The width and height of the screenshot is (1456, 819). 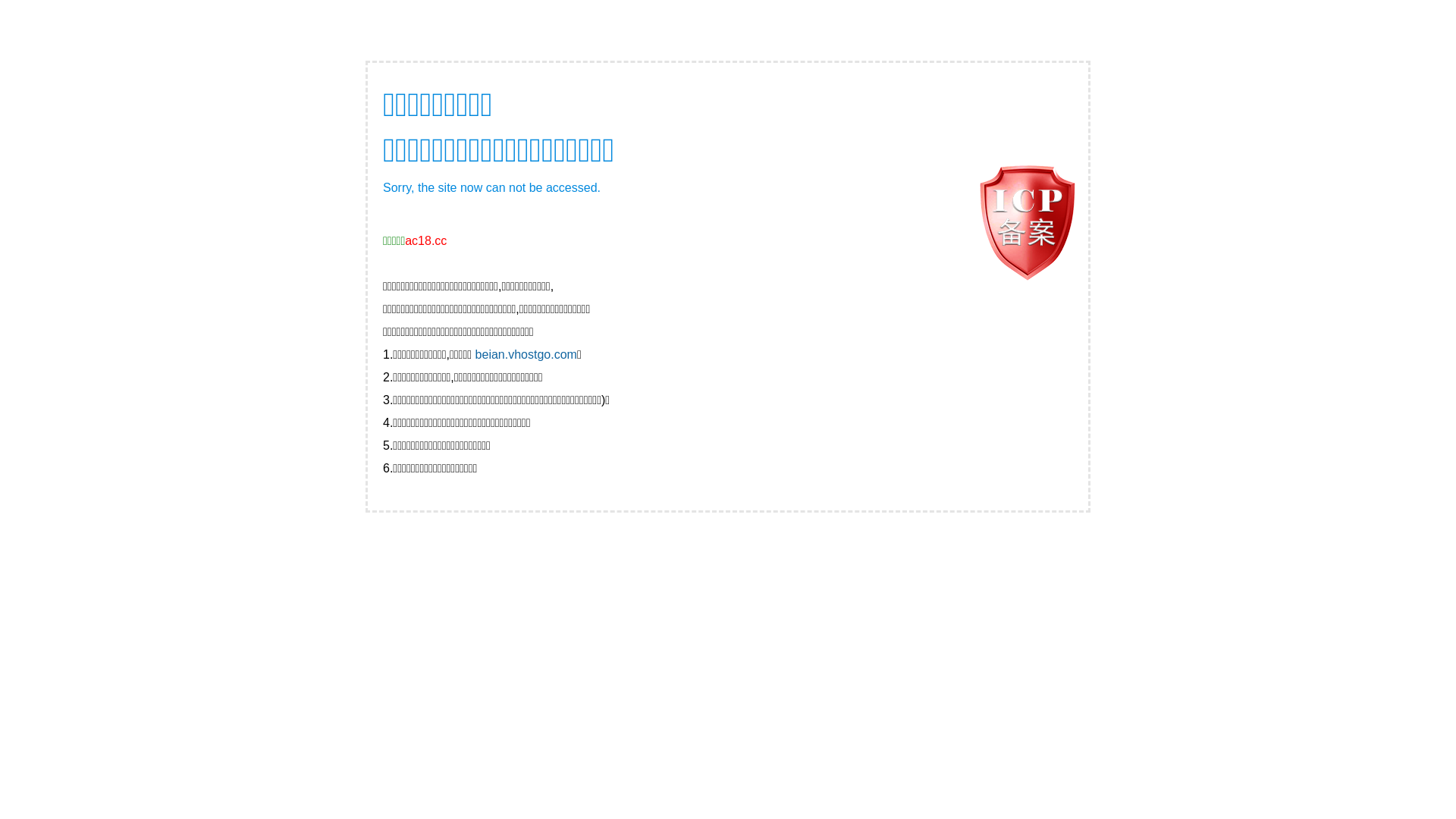 What do you see at coordinates (526, 354) in the screenshot?
I see `'beian.vhostgo.com'` at bounding box center [526, 354].